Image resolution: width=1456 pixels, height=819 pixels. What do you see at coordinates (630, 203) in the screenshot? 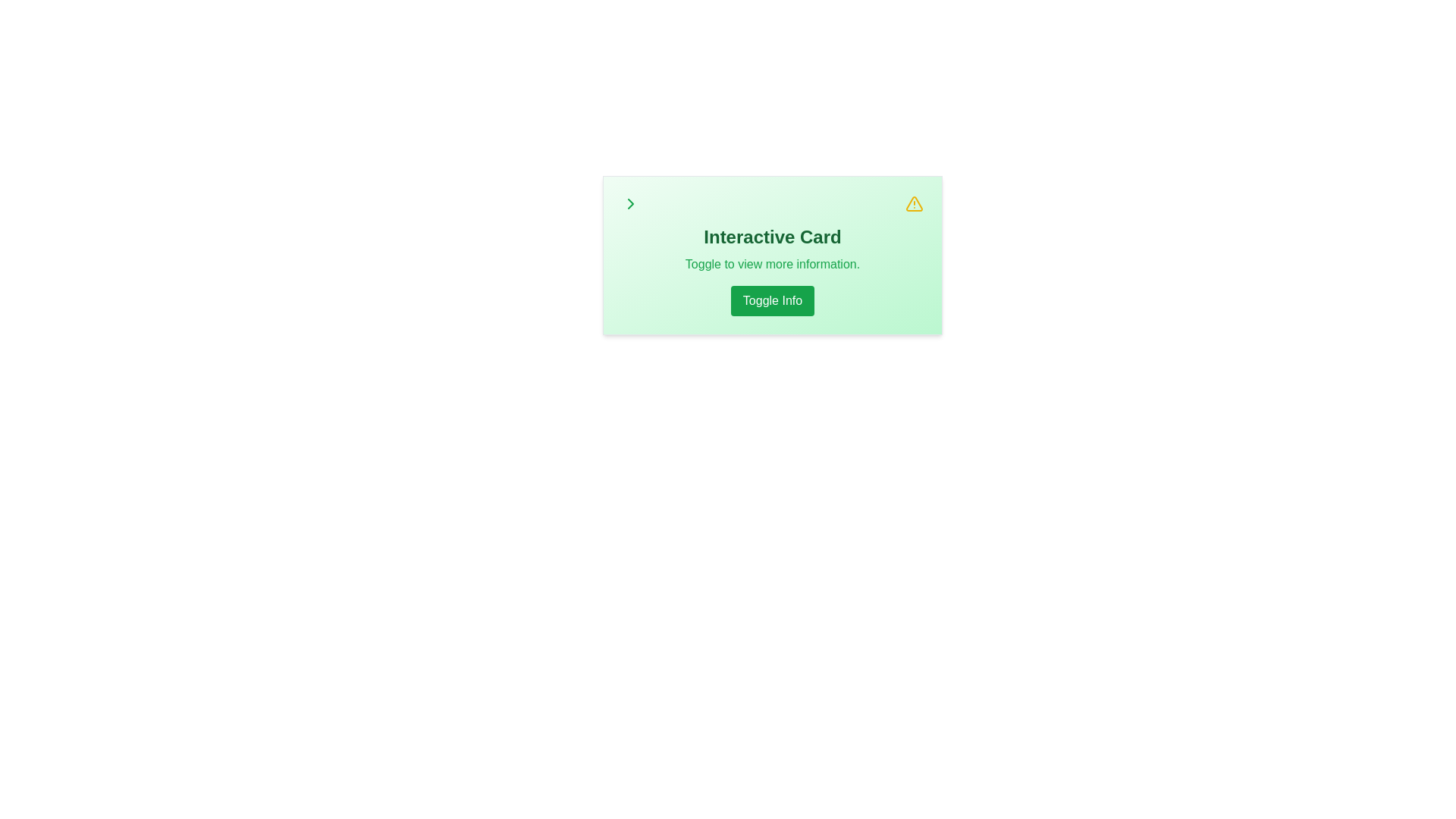
I see `the chevron-right icon located in the top-right corner of the green-themed card layout` at bounding box center [630, 203].